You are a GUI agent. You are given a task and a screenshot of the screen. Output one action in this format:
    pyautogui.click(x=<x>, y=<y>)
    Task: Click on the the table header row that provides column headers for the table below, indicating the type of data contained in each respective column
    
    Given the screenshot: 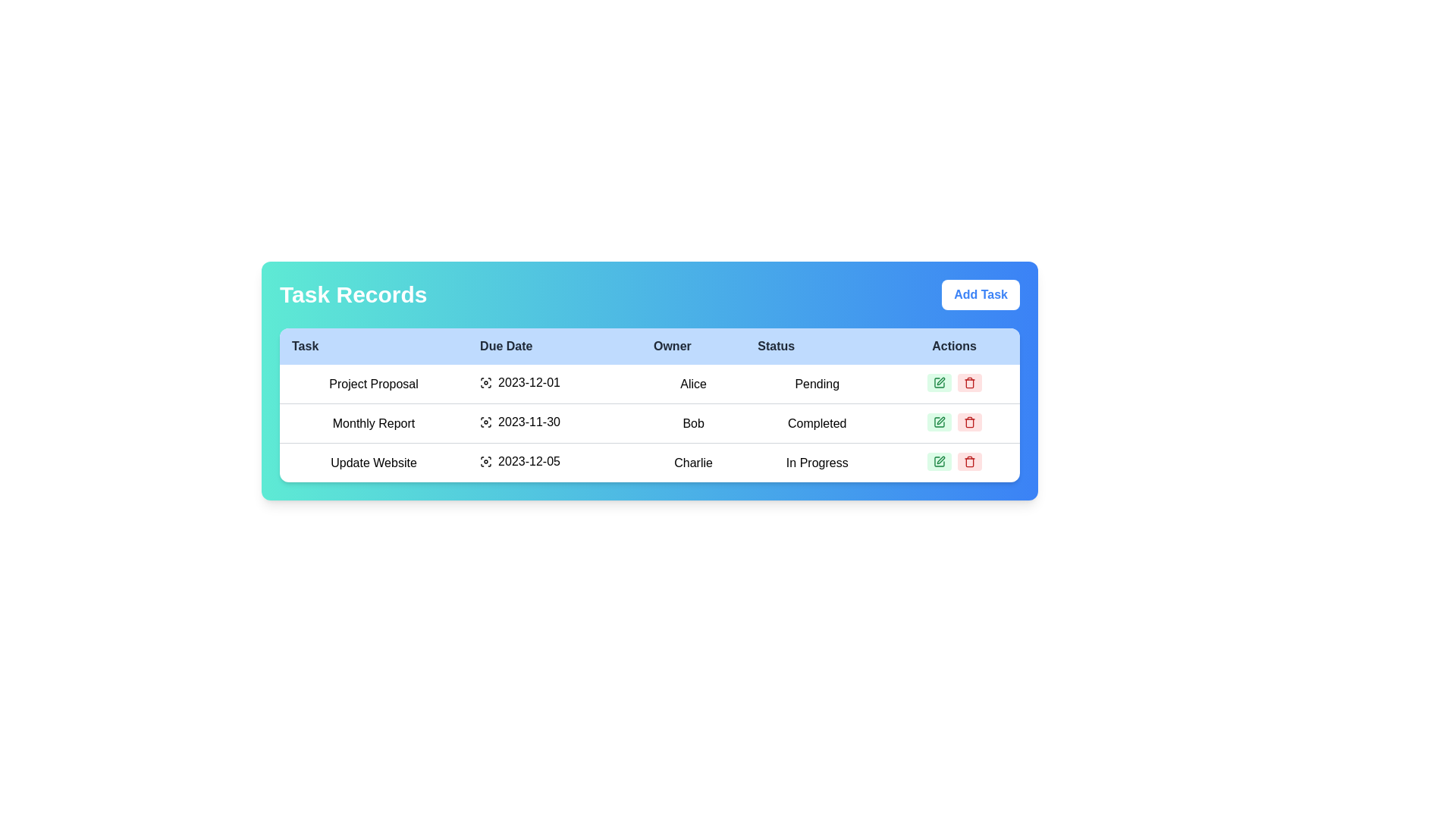 What is the action you would take?
    pyautogui.click(x=650, y=346)
    